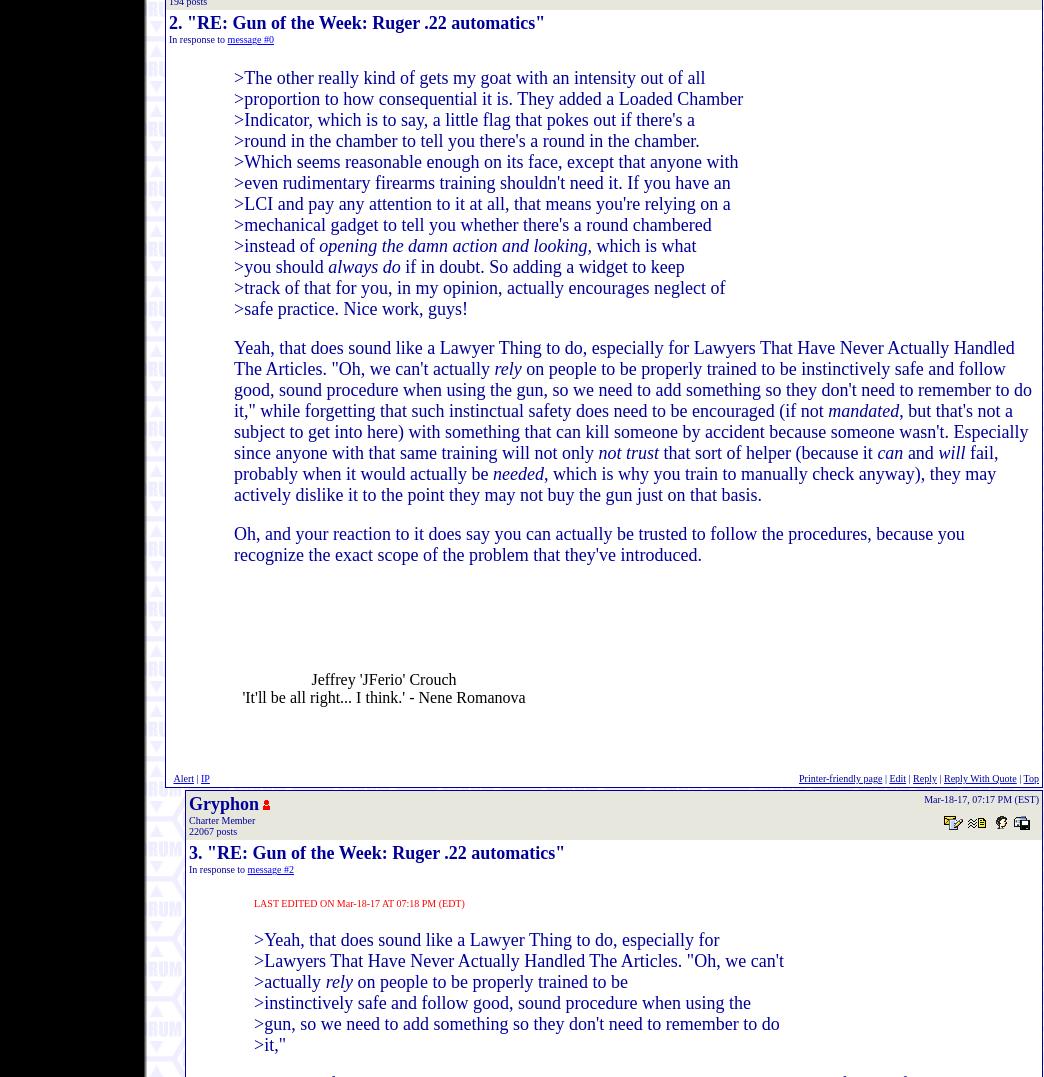  I want to click on 'not trust', so click(627, 451).